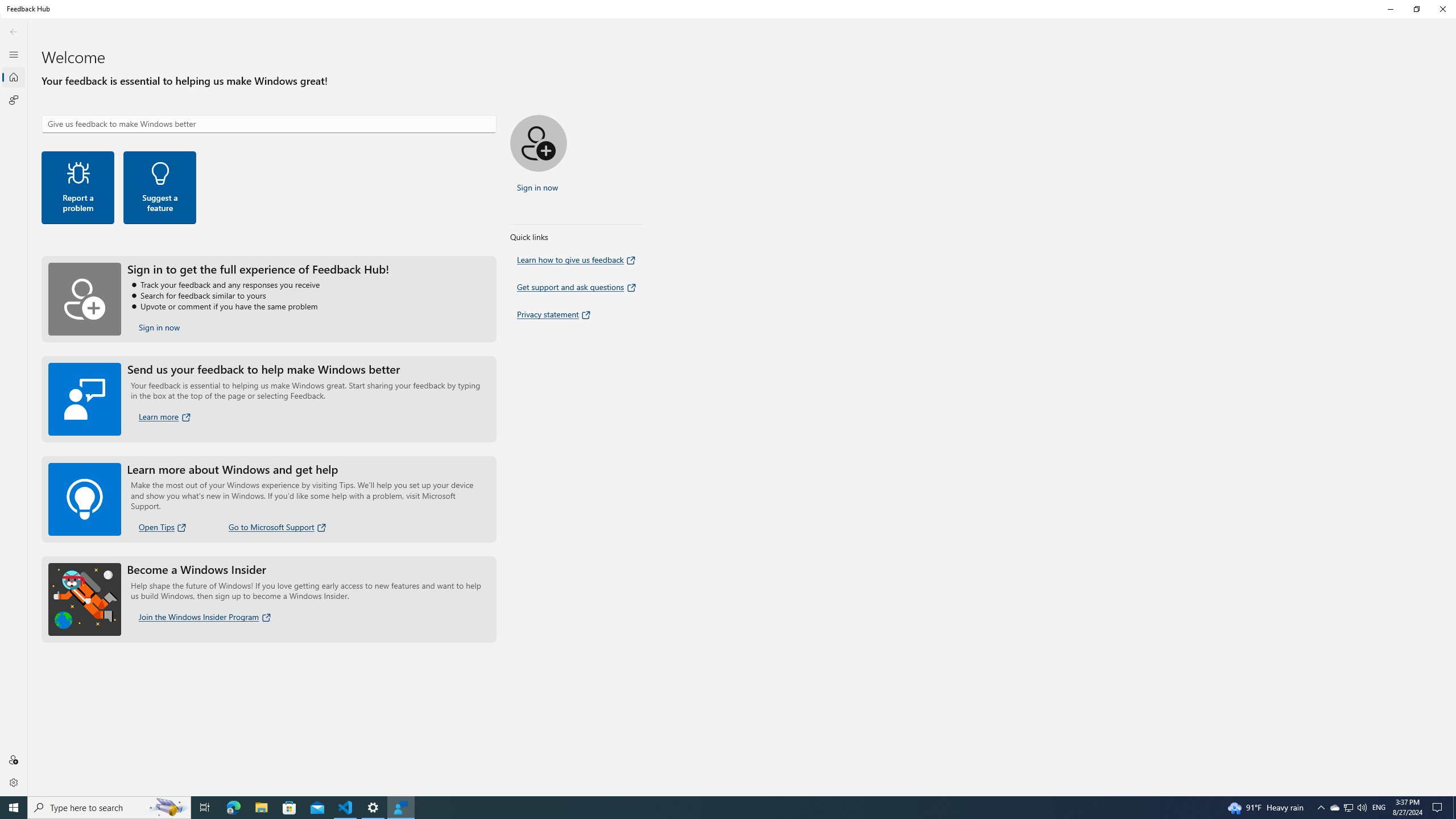  I want to click on 'Give us feedback to make Windows better', so click(268, 123).